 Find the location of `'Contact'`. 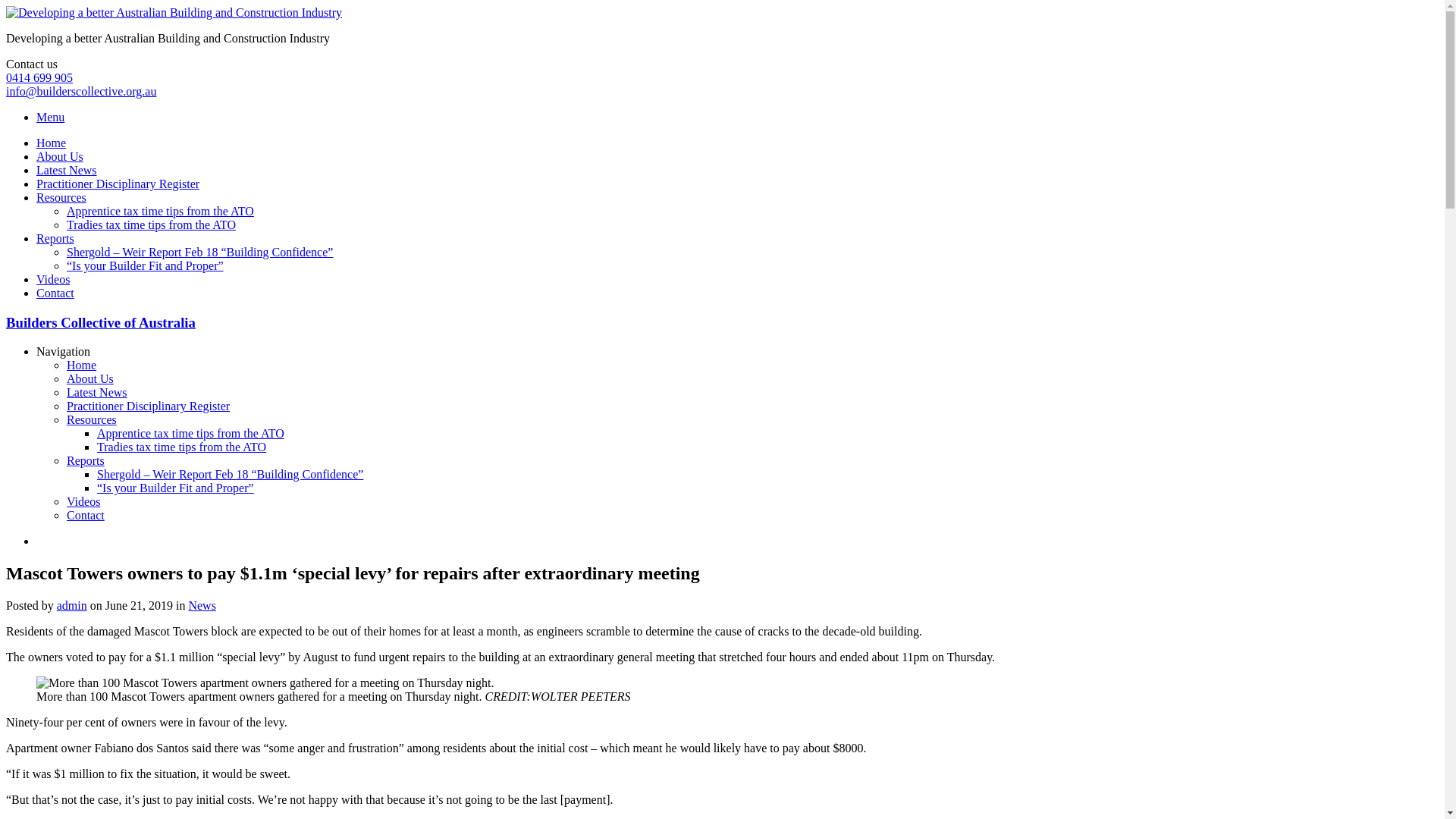

'Contact' is located at coordinates (36, 293).